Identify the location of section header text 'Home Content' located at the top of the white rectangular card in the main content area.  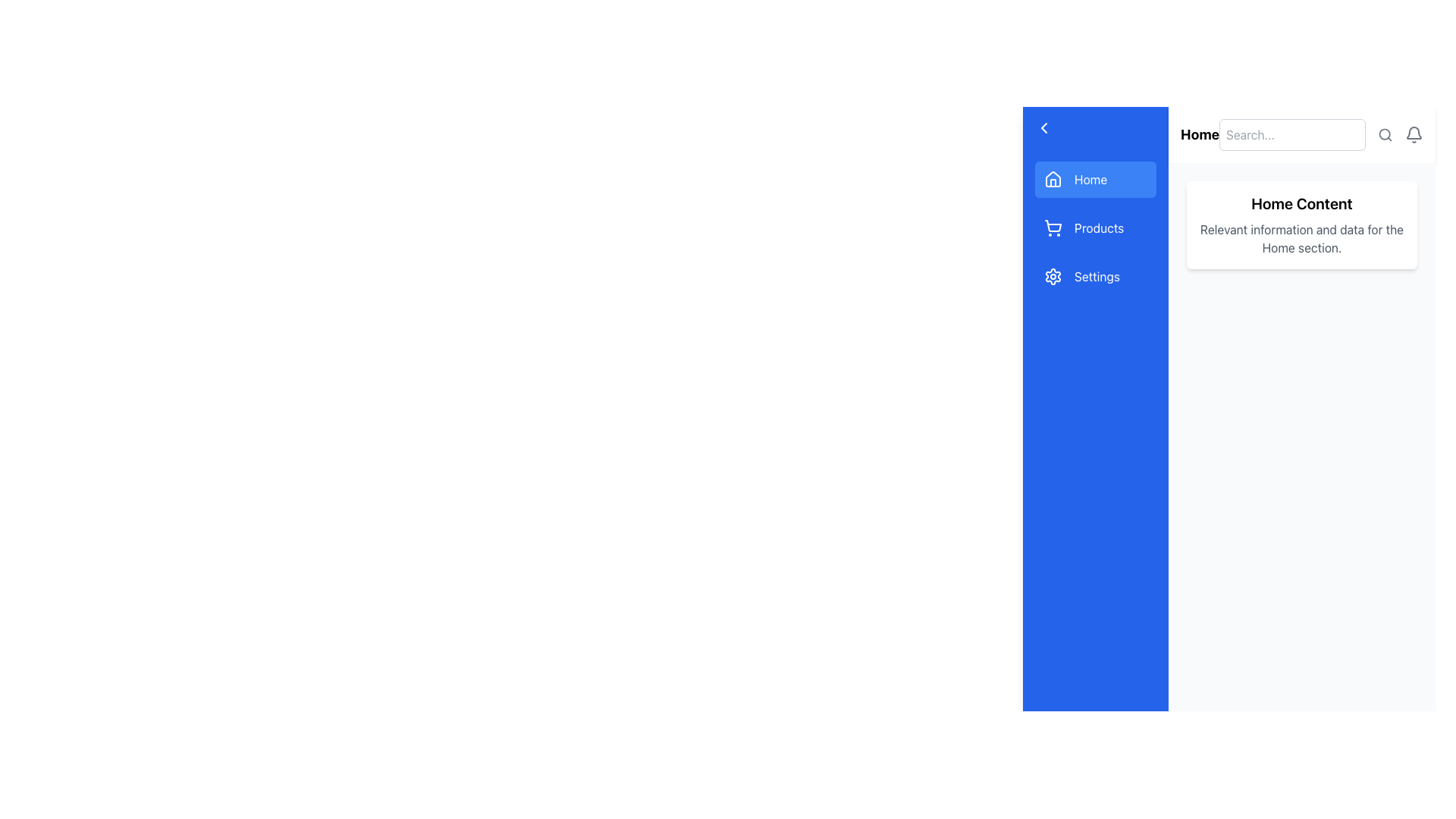
(1301, 203).